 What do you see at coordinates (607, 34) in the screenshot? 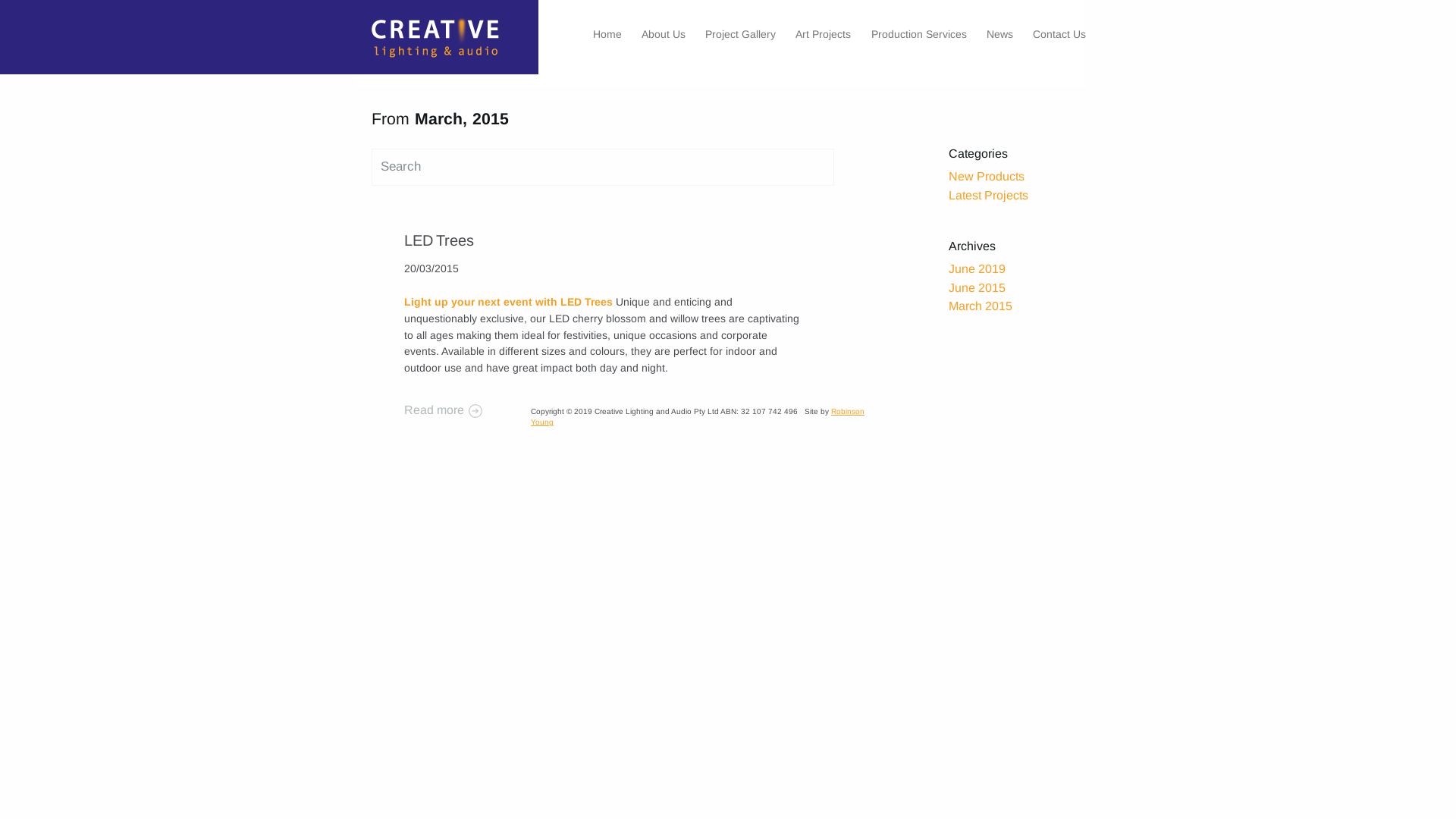
I see `'Home'` at bounding box center [607, 34].